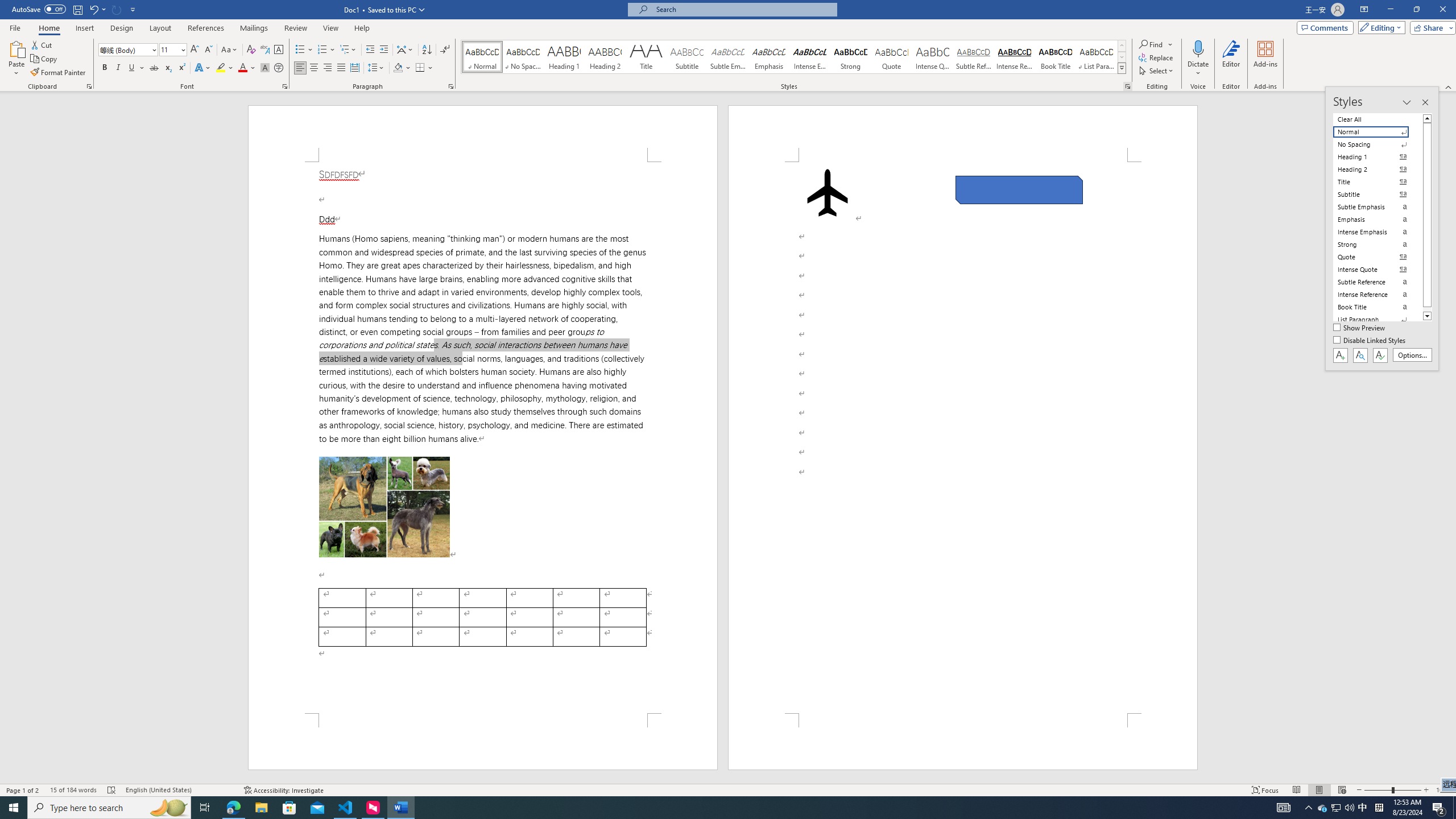 Image resolution: width=1456 pixels, height=819 pixels. What do you see at coordinates (1379, 27) in the screenshot?
I see `'Editing'` at bounding box center [1379, 27].